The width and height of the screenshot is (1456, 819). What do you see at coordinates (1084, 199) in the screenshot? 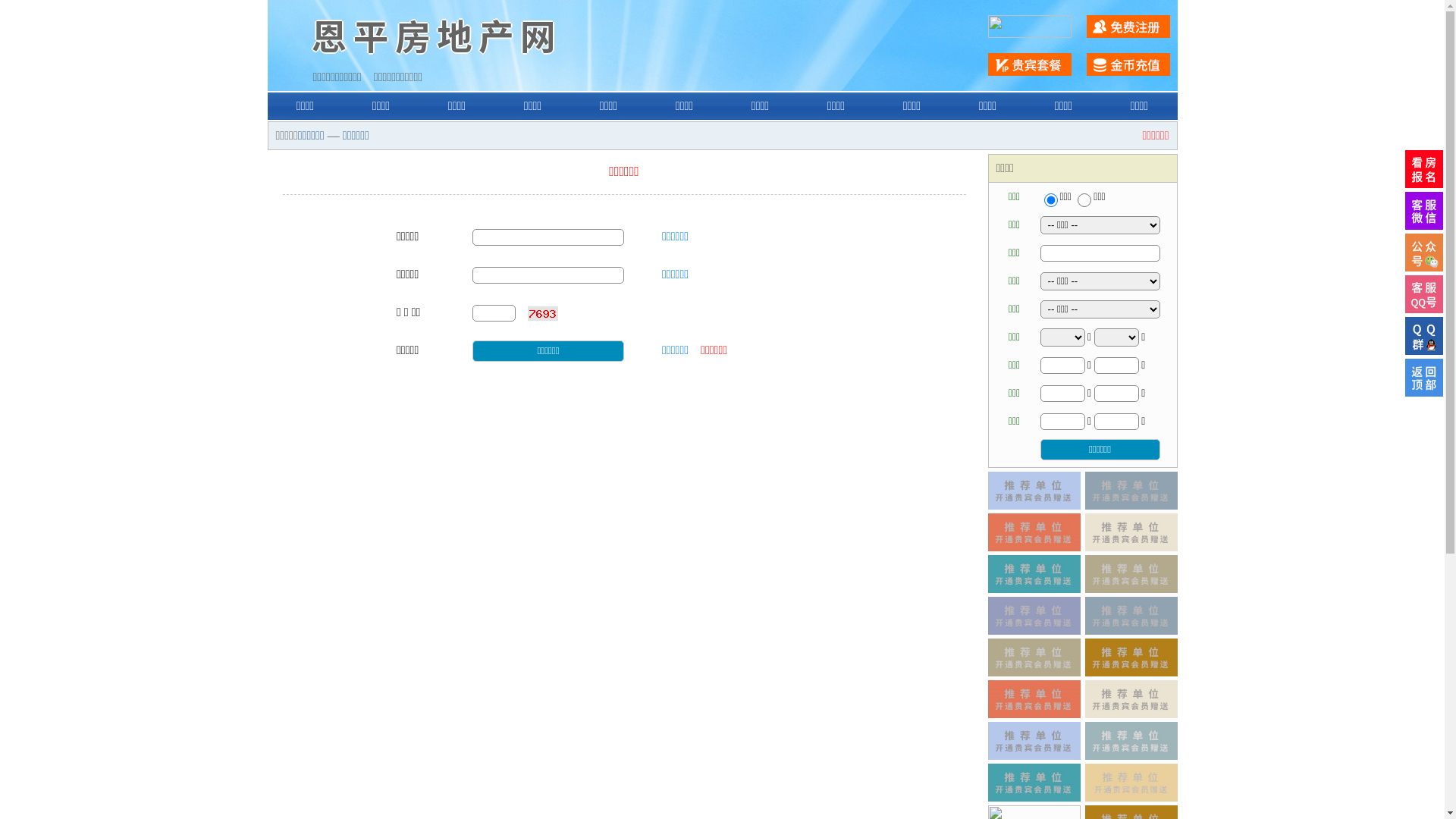
I see `'chuzu'` at bounding box center [1084, 199].